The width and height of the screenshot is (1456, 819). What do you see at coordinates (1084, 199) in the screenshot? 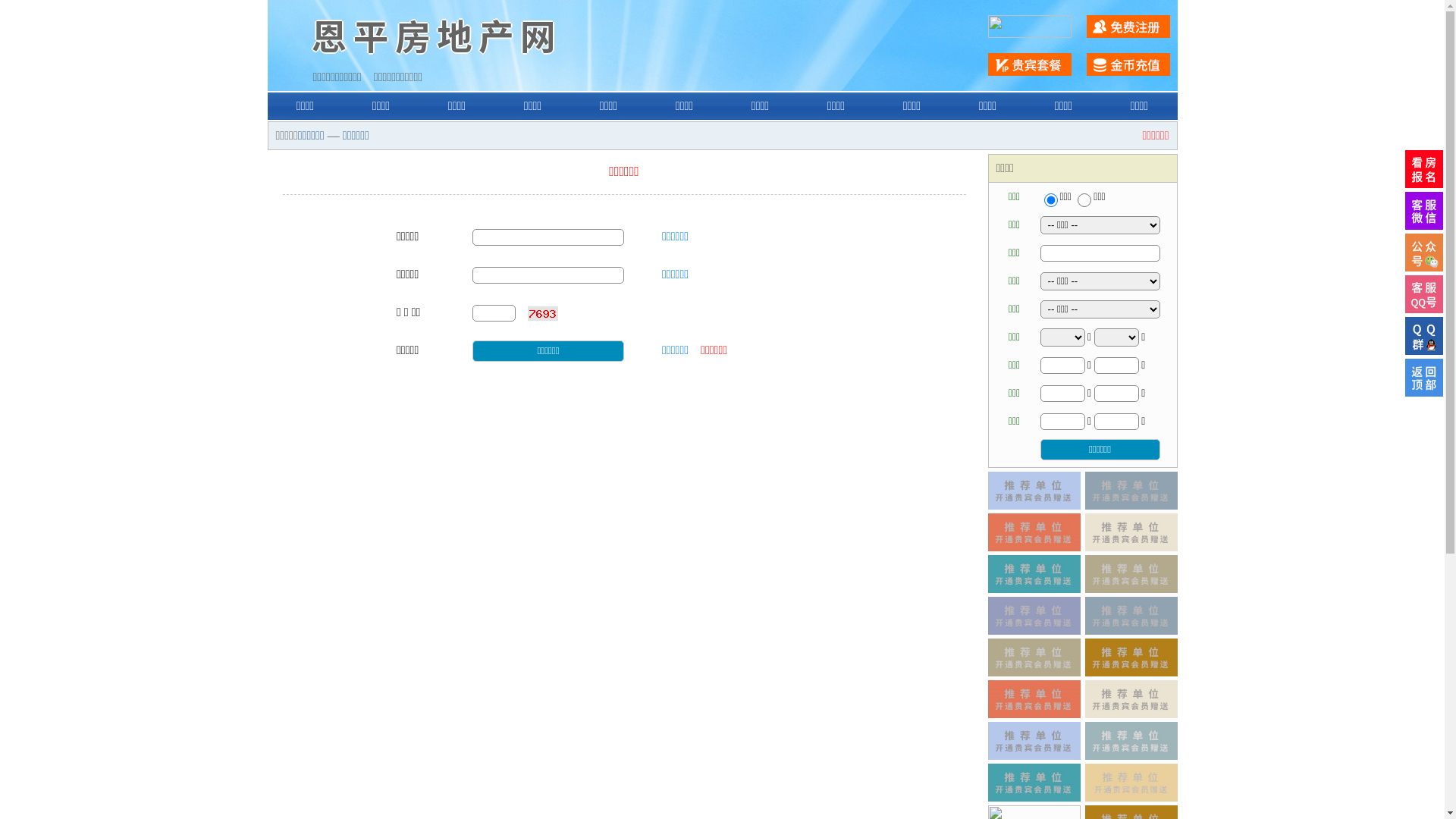
I see `'chuzu'` at bounding box center [1084, 199].